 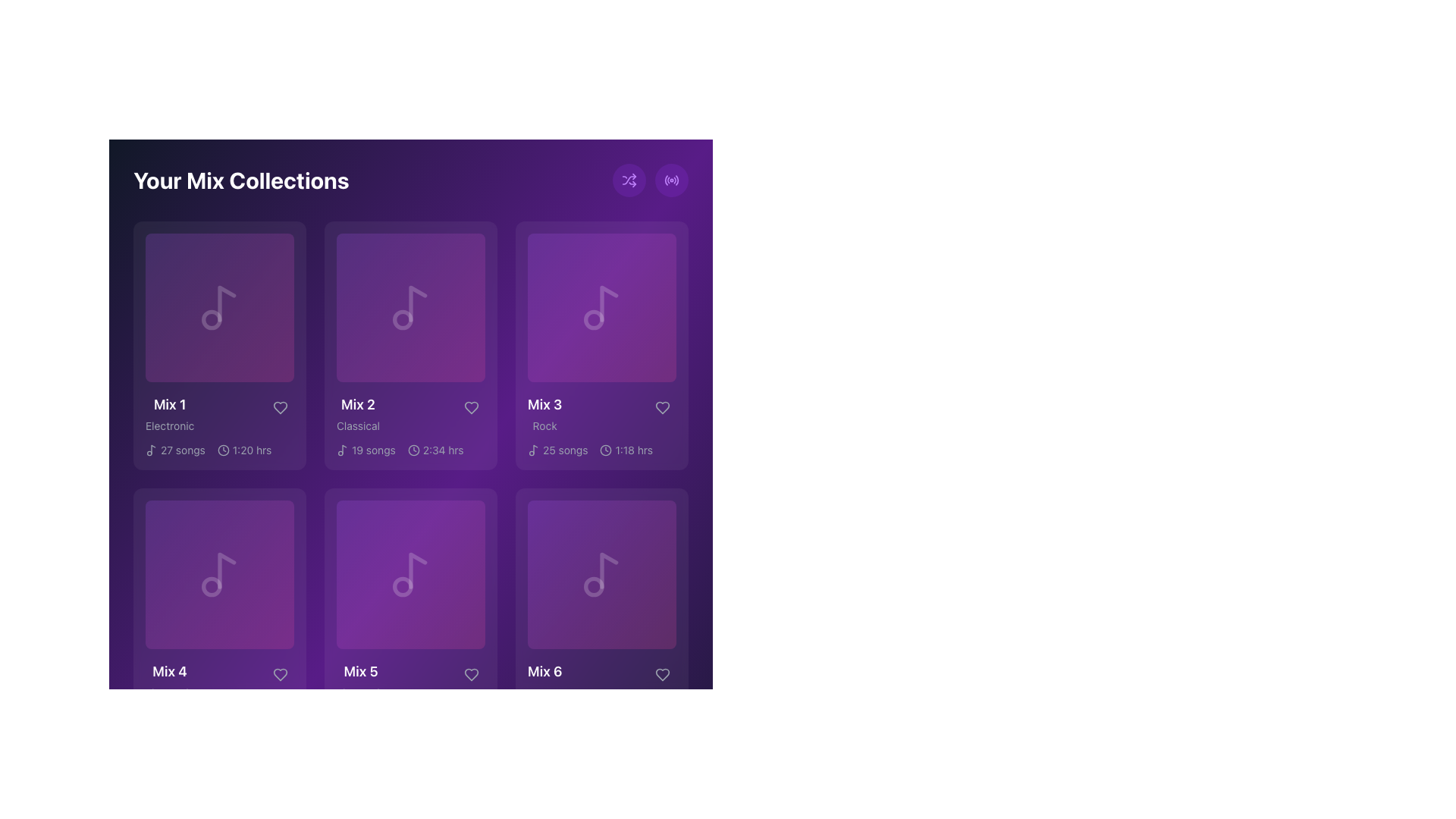 What do you see at coordinates (601, 345) in the screenshot?
I see `the Playlist Card with a purple background and the title 'Mix 3', located in the grid layout` at bounding box center [601, 345].